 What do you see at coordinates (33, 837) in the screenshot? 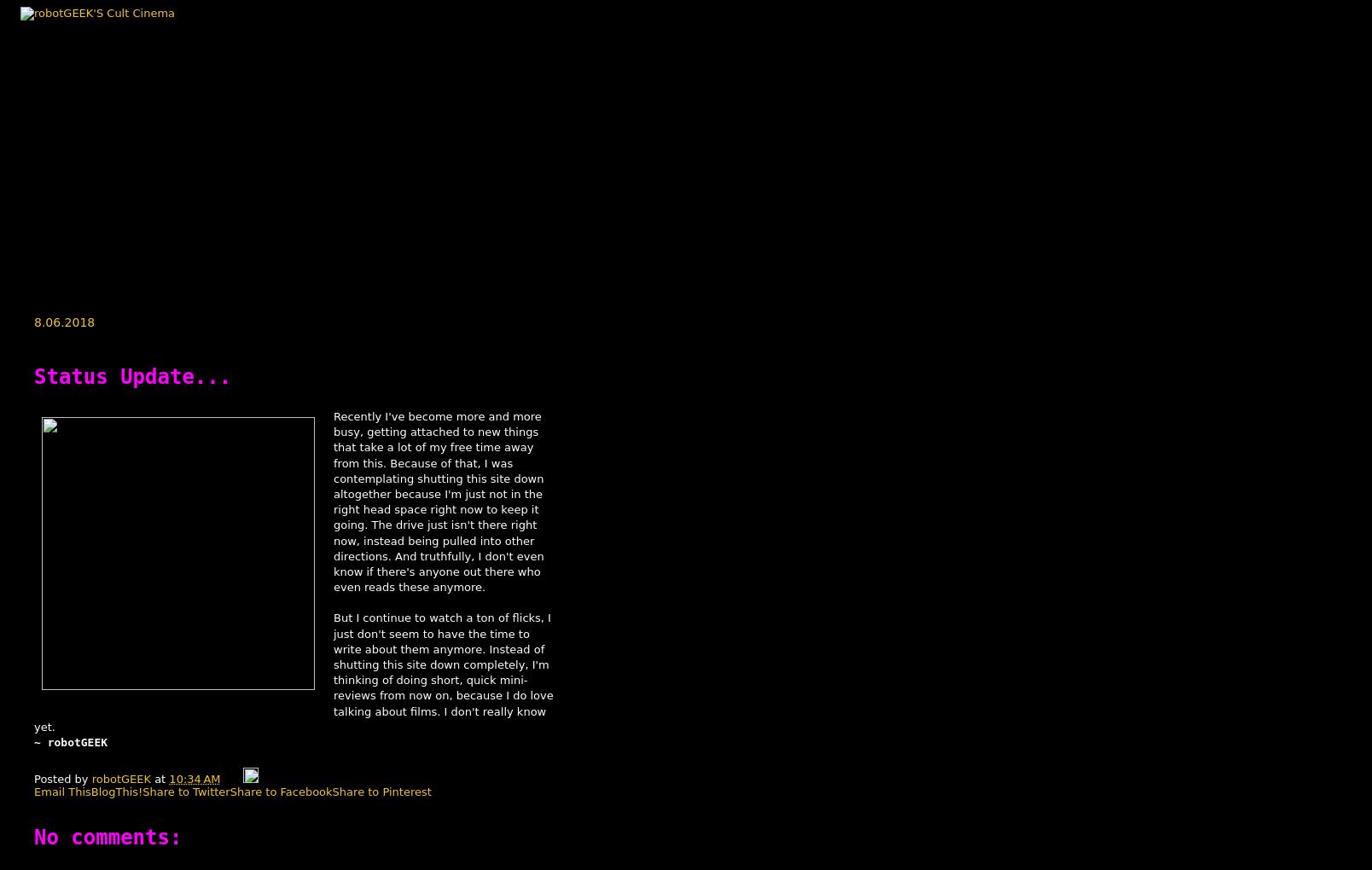
I see `'No comments:'` at bounding box center [33, 837].